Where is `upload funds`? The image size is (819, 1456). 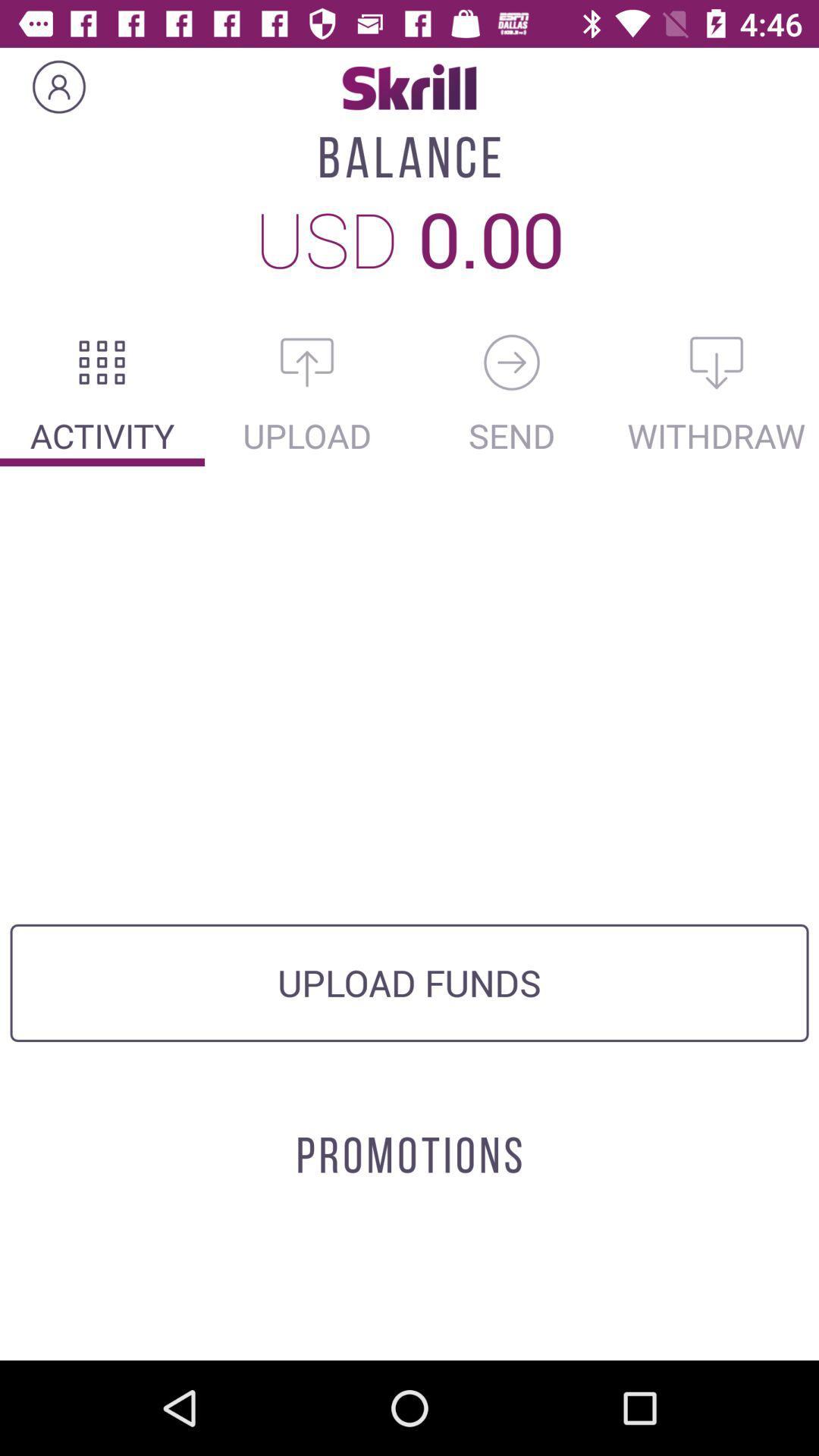
upload funds is located at coordinates (307, 362).